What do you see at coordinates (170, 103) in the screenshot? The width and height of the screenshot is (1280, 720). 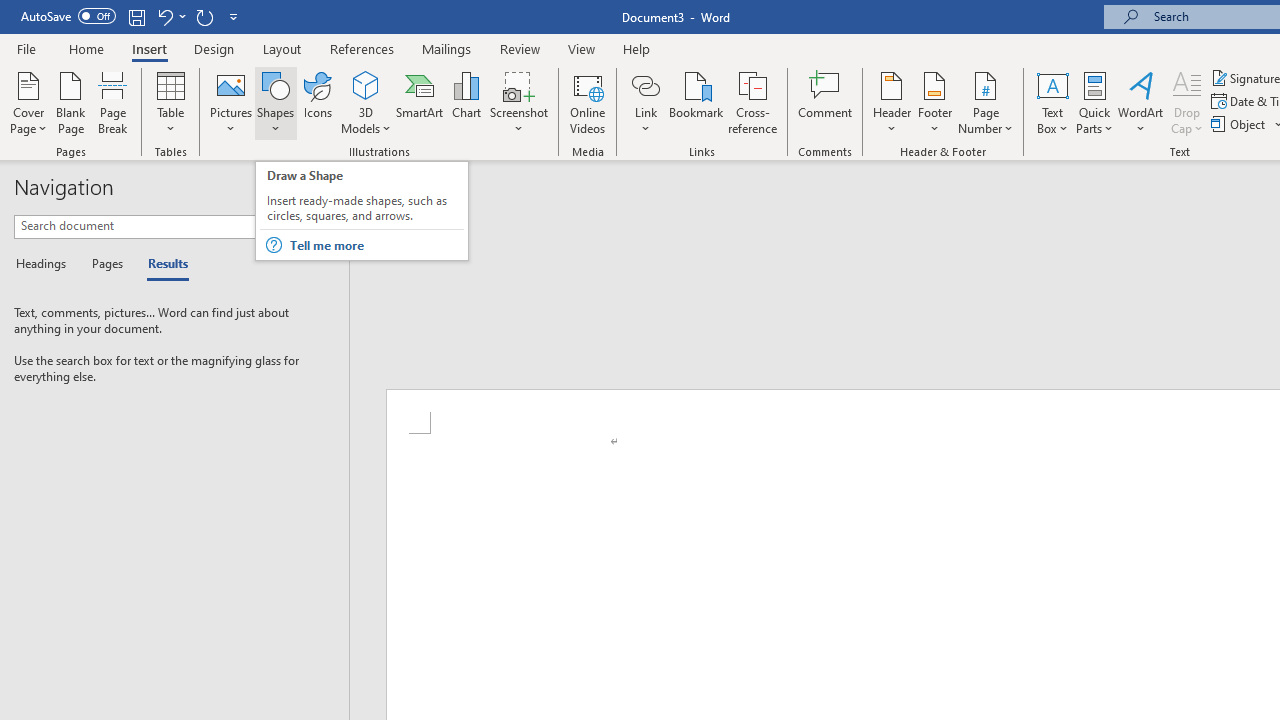 I see `'Table'` at bounding box center [170, 103].